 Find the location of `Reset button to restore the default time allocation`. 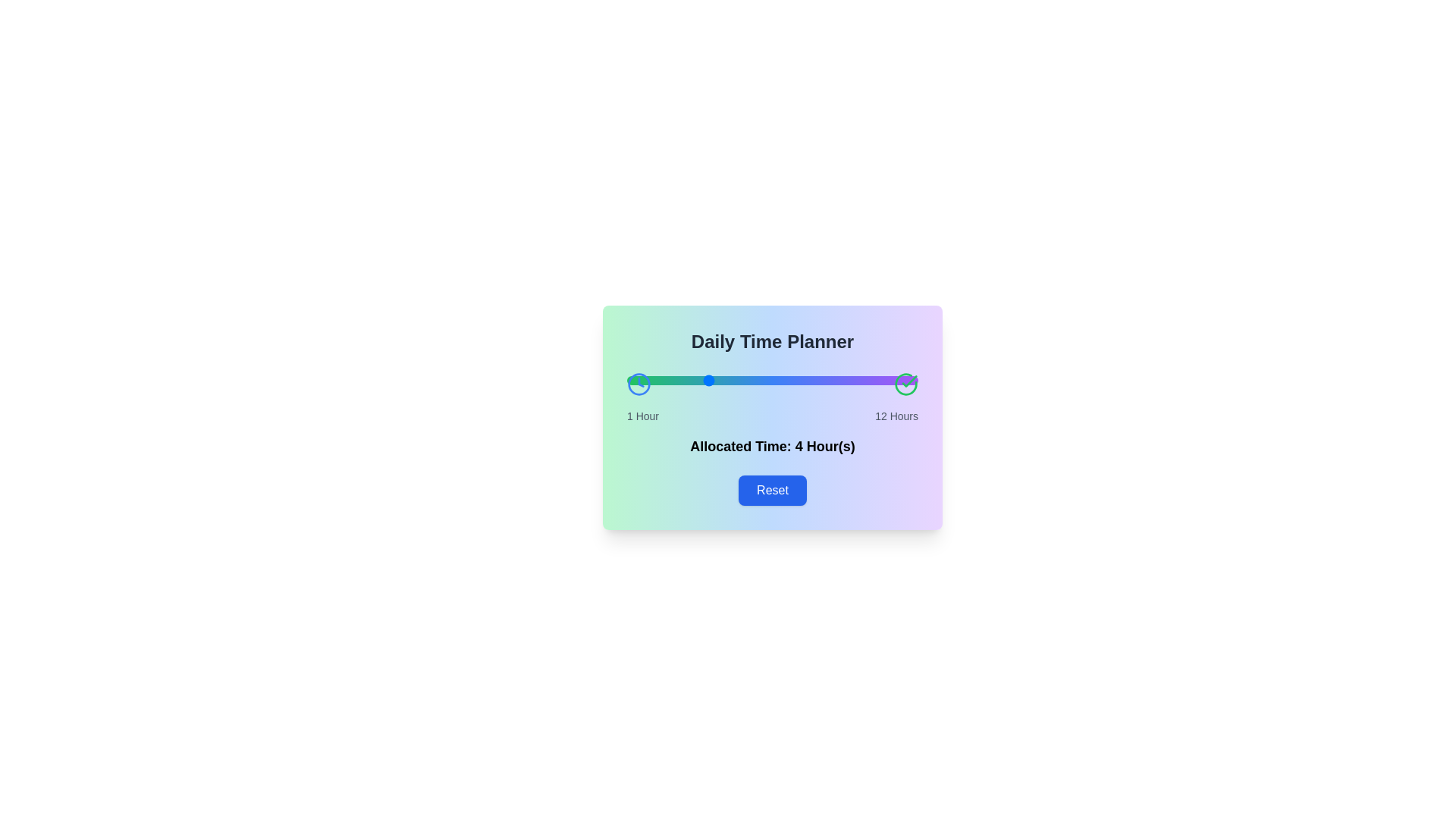

Reset button to restore the default time allocation is located at coordinates (772, 491).